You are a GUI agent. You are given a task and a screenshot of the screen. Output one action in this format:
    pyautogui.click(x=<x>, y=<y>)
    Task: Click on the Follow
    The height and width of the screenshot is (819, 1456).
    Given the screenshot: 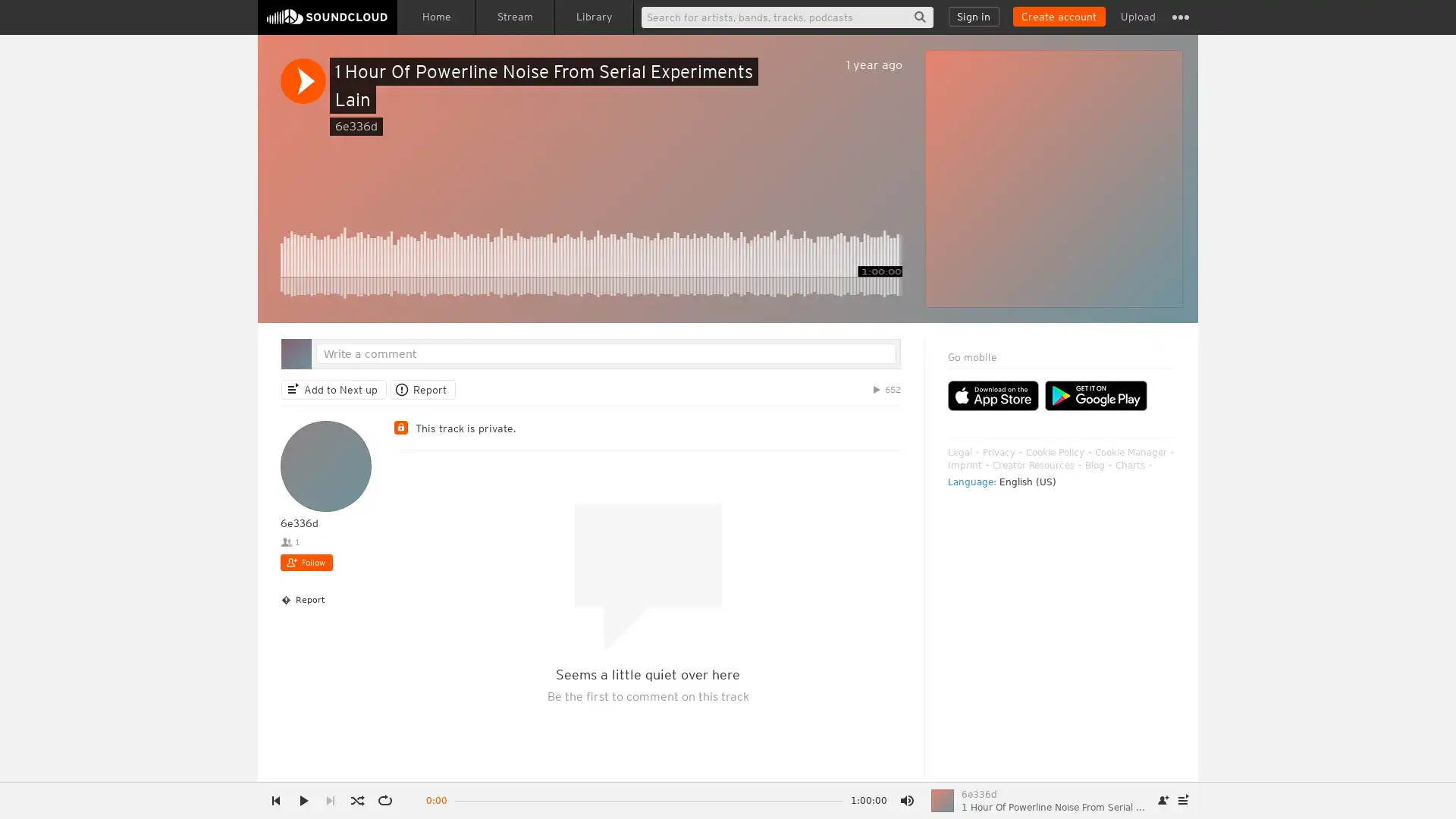 What is the action you would take?
    pyautogui.click(x=306, y=562)
    